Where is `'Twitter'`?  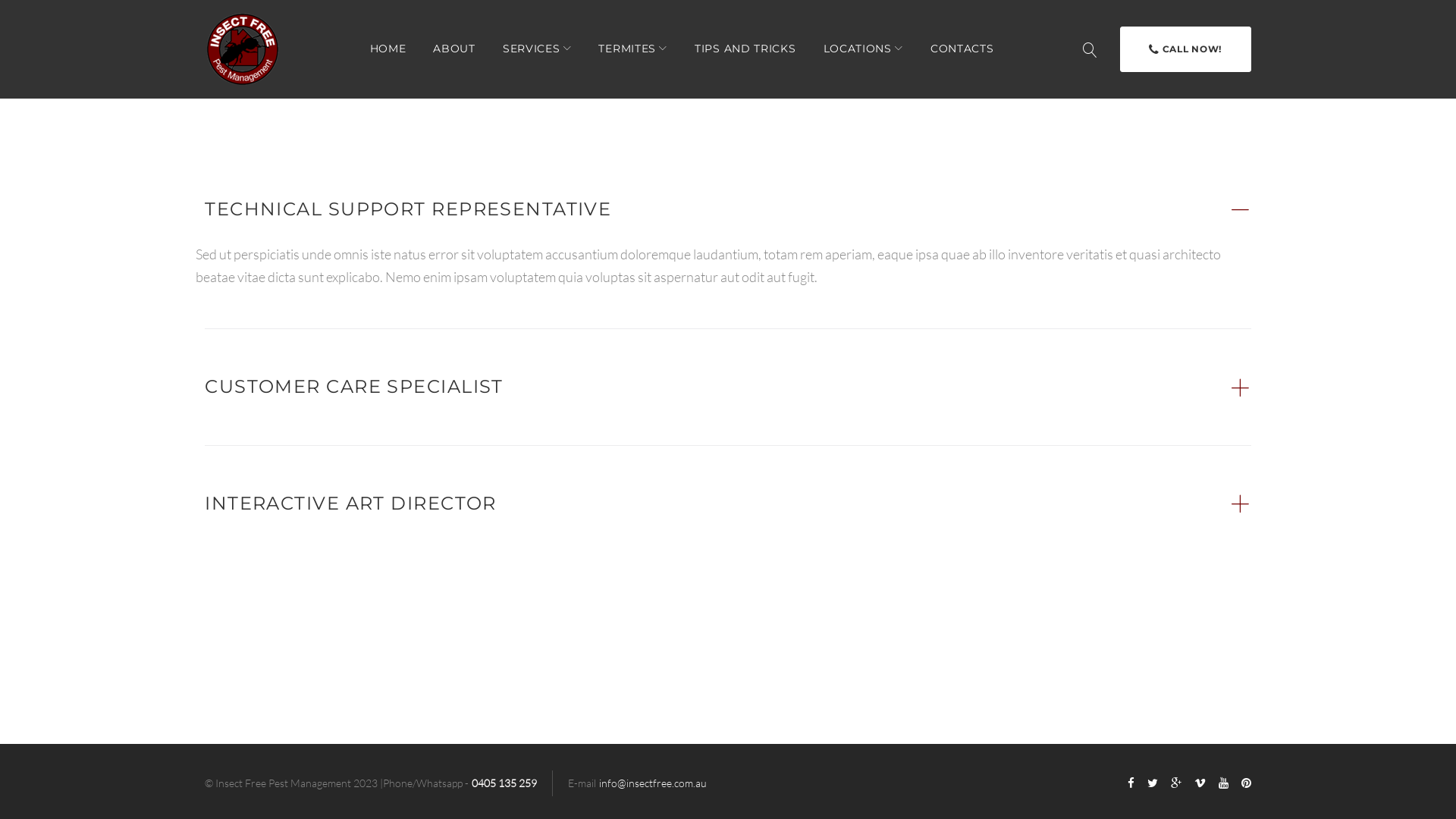
'Twitter' is located at coordinates (1147, 783).